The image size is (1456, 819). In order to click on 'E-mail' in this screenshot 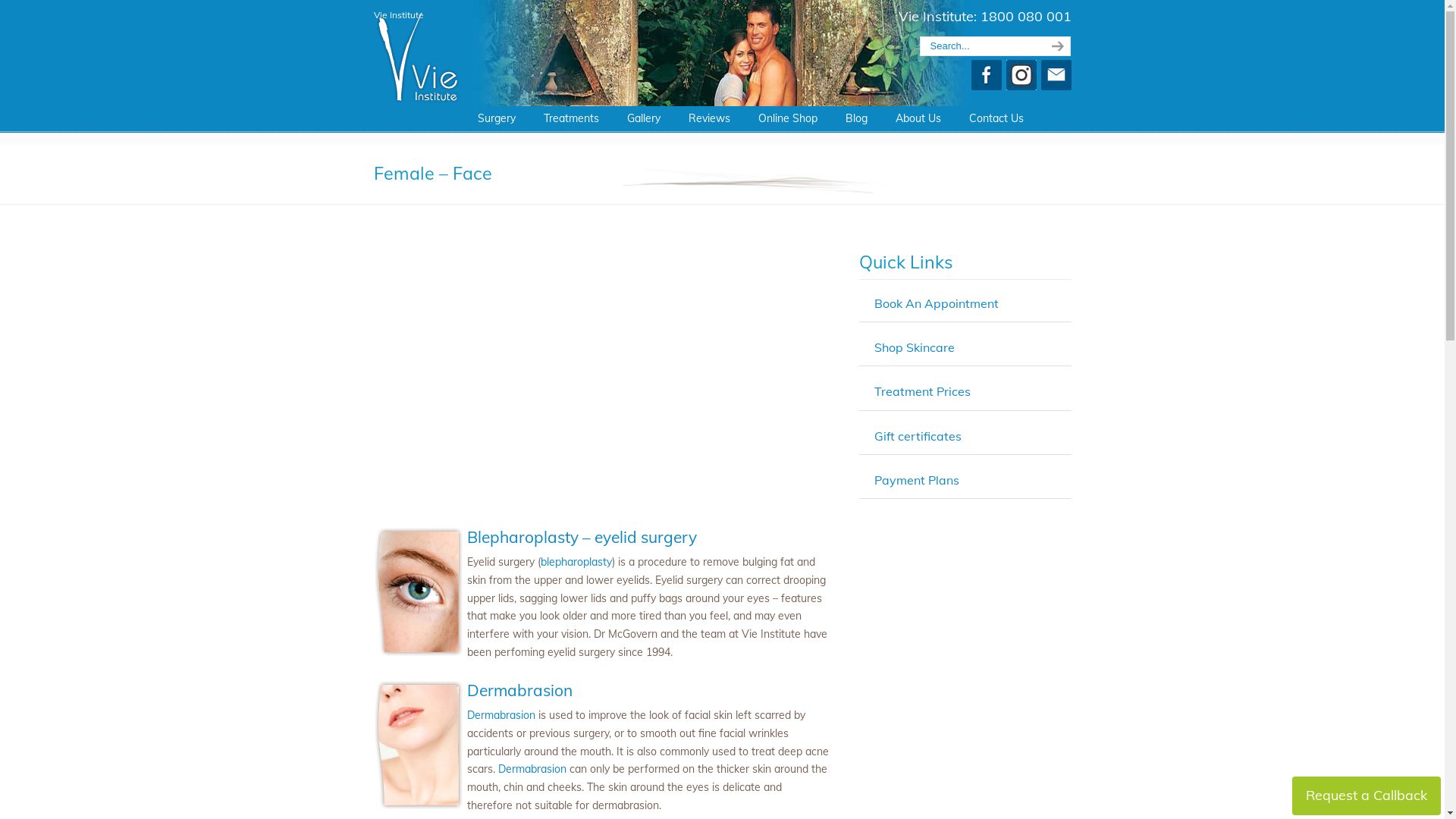, I will do `click(1055, 86)`.